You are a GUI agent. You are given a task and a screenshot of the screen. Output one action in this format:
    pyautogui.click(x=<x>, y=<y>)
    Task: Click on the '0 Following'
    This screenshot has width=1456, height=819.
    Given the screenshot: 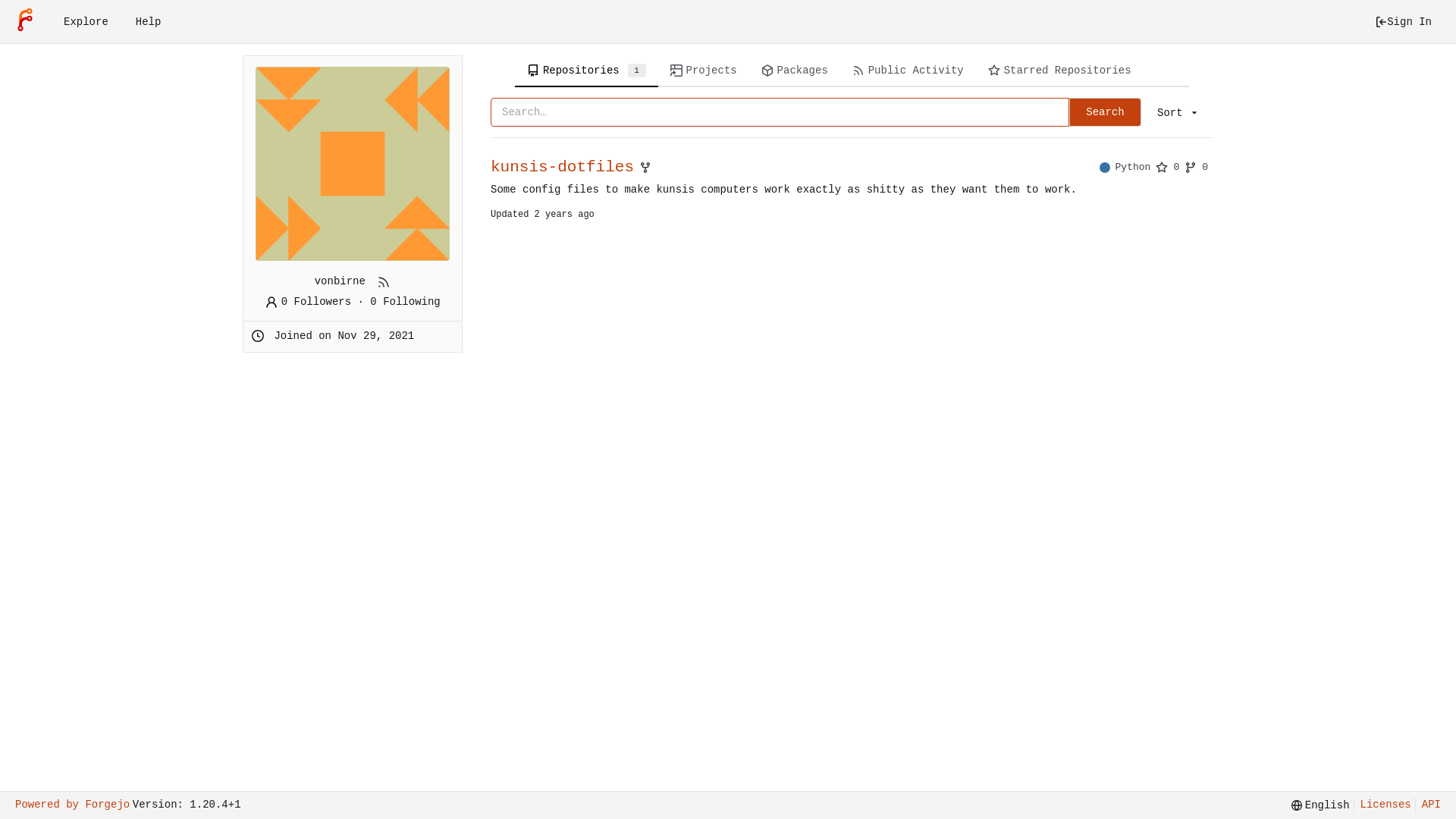 What is the action you would take?
    pyautogui.click(x=404, y=301)
    